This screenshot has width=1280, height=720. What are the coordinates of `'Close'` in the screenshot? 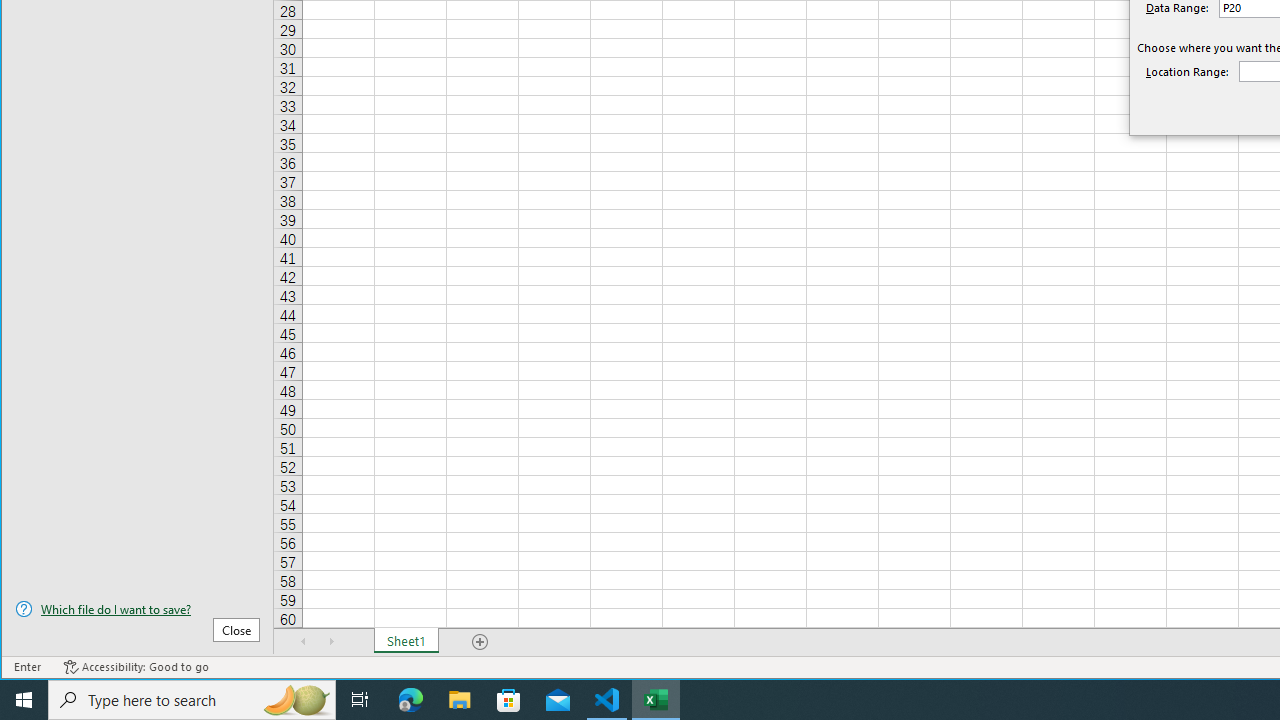 It's located at (236, 630).